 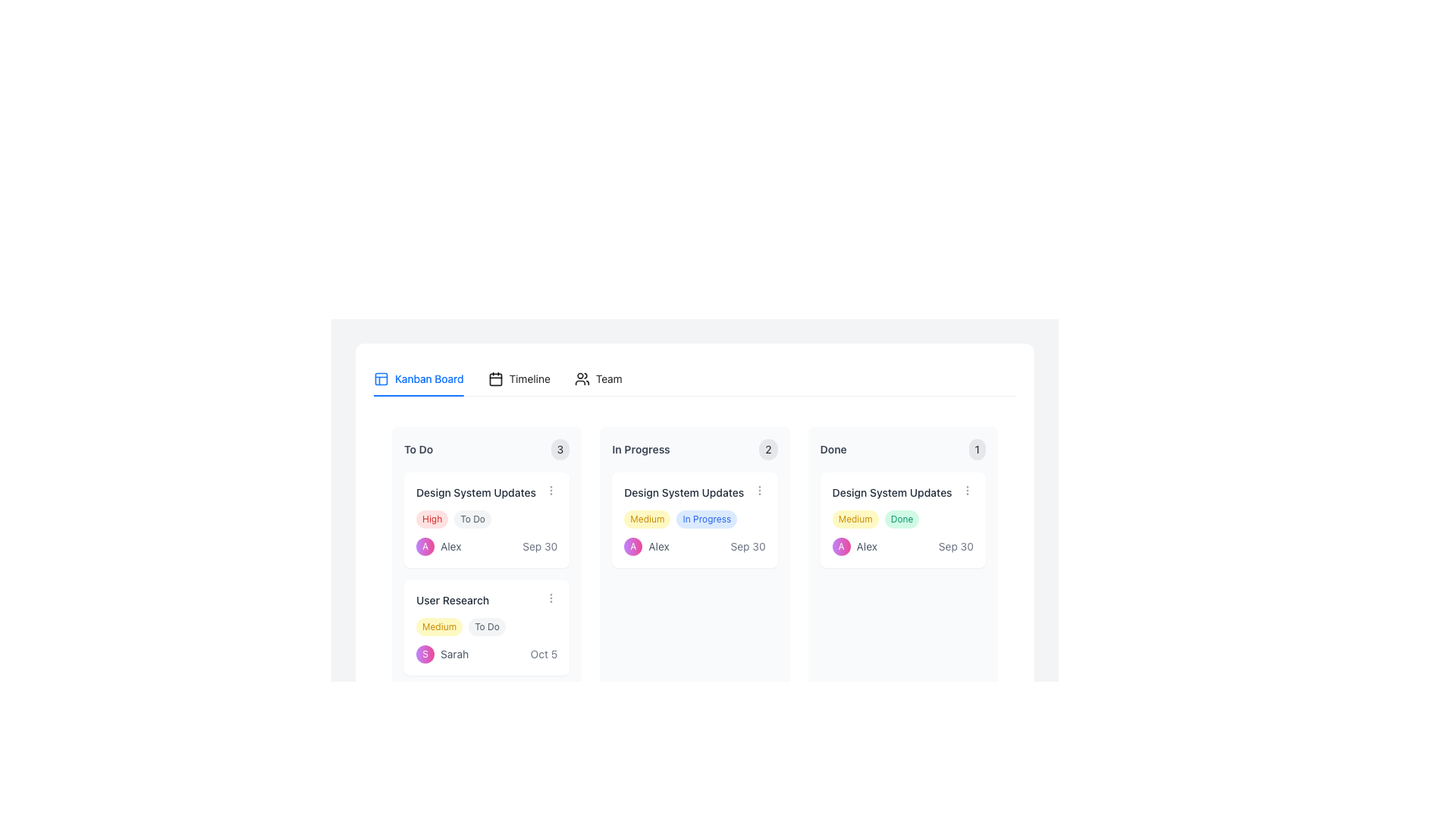 I want to click on the header element that summarizes the 'Done' section, which includes the label 'Done' and the badge displaying the number '1', so click(x=902, y=449).